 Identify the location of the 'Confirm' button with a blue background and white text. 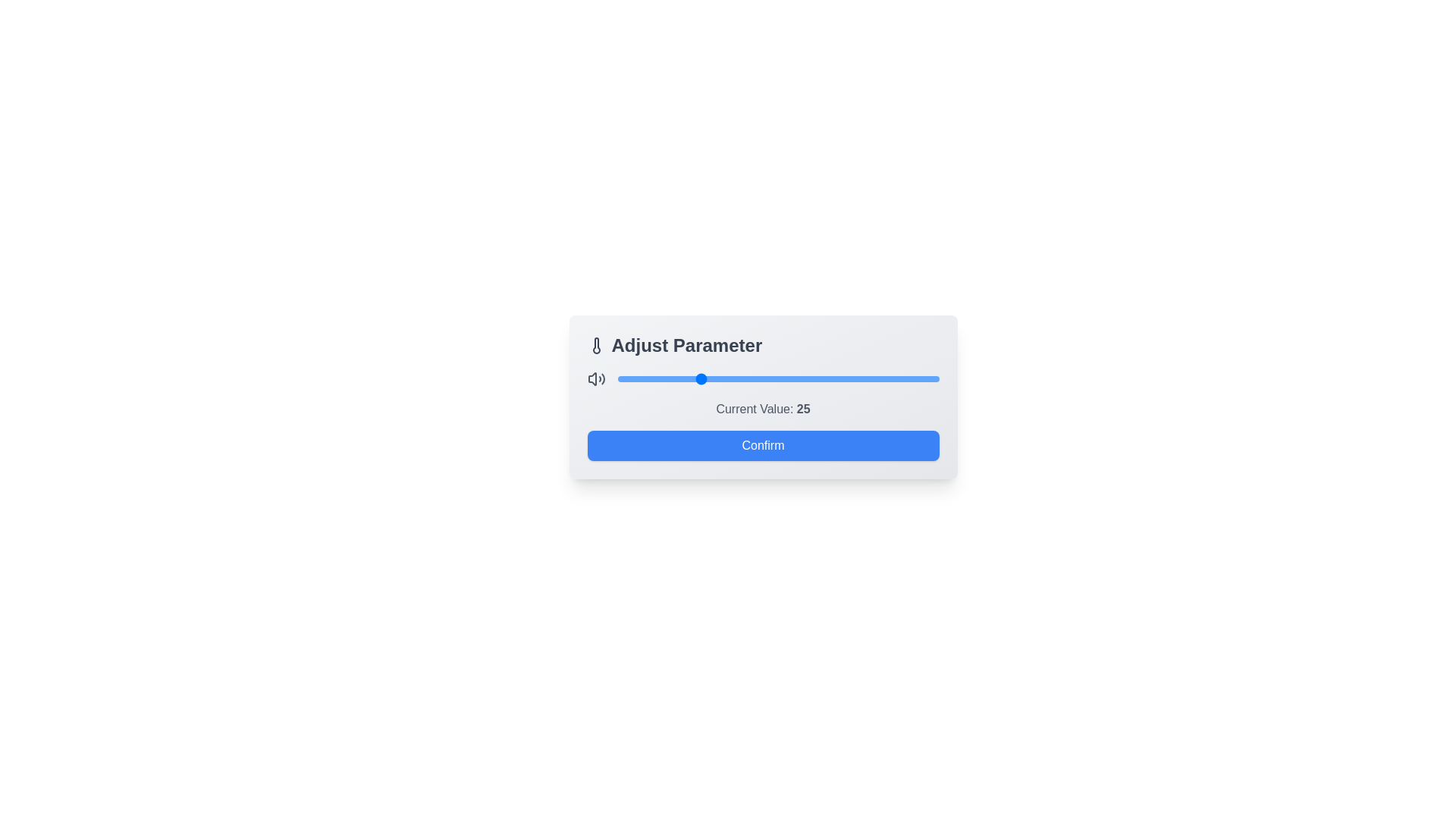
(763, 444).